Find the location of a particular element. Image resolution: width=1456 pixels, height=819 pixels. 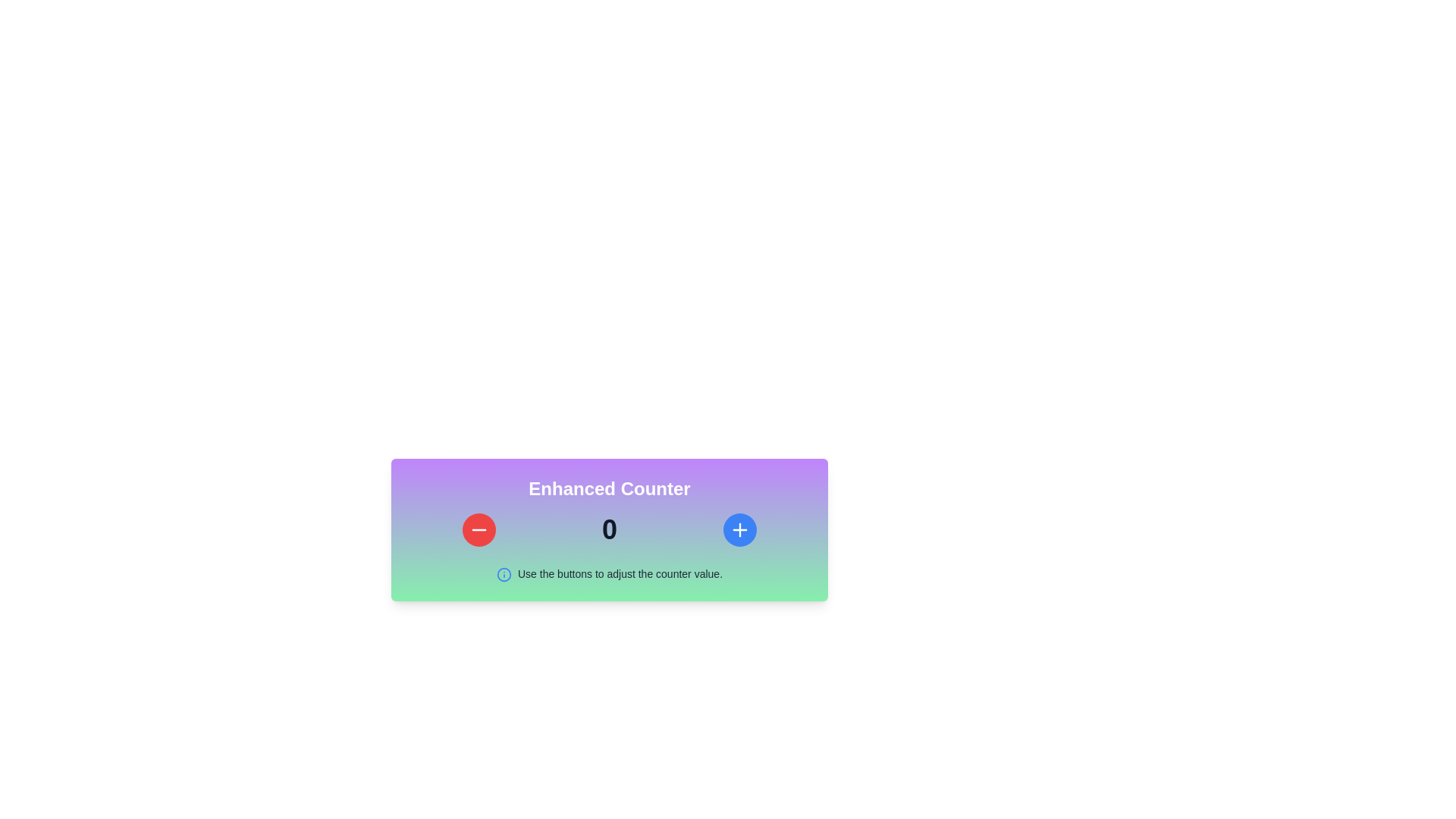

the minus sign icon, which is a thin horizontal line in a circular red button, to decrement the counter next to the text '0' is located at coordinates (479, 529).